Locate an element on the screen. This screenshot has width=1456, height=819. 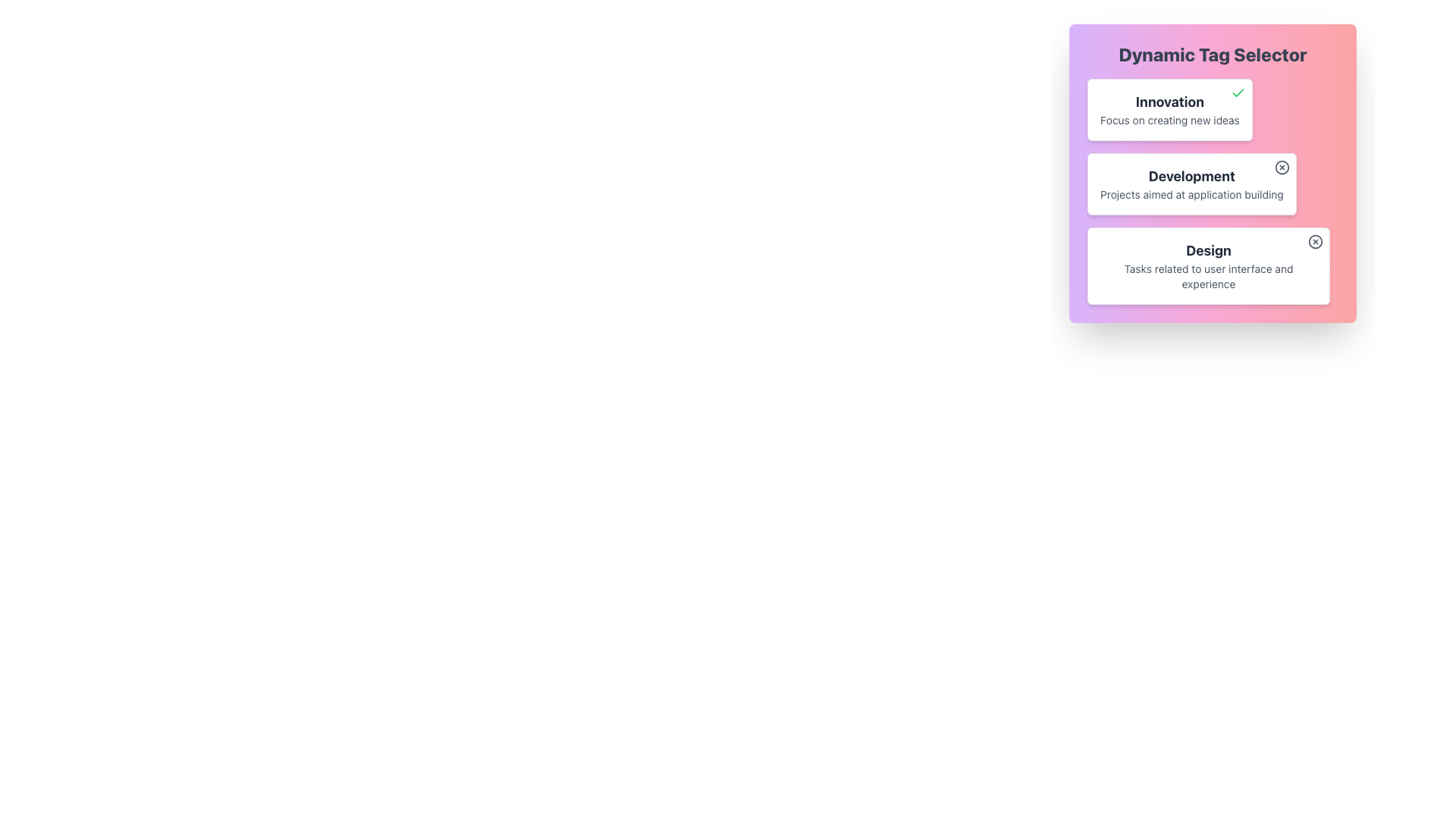
the descriptive label containing the text 'Tasks related to user interface and experience', which is styled in light gray and positioned below the bold header 'Design' is located at coordinates (1207, 277).